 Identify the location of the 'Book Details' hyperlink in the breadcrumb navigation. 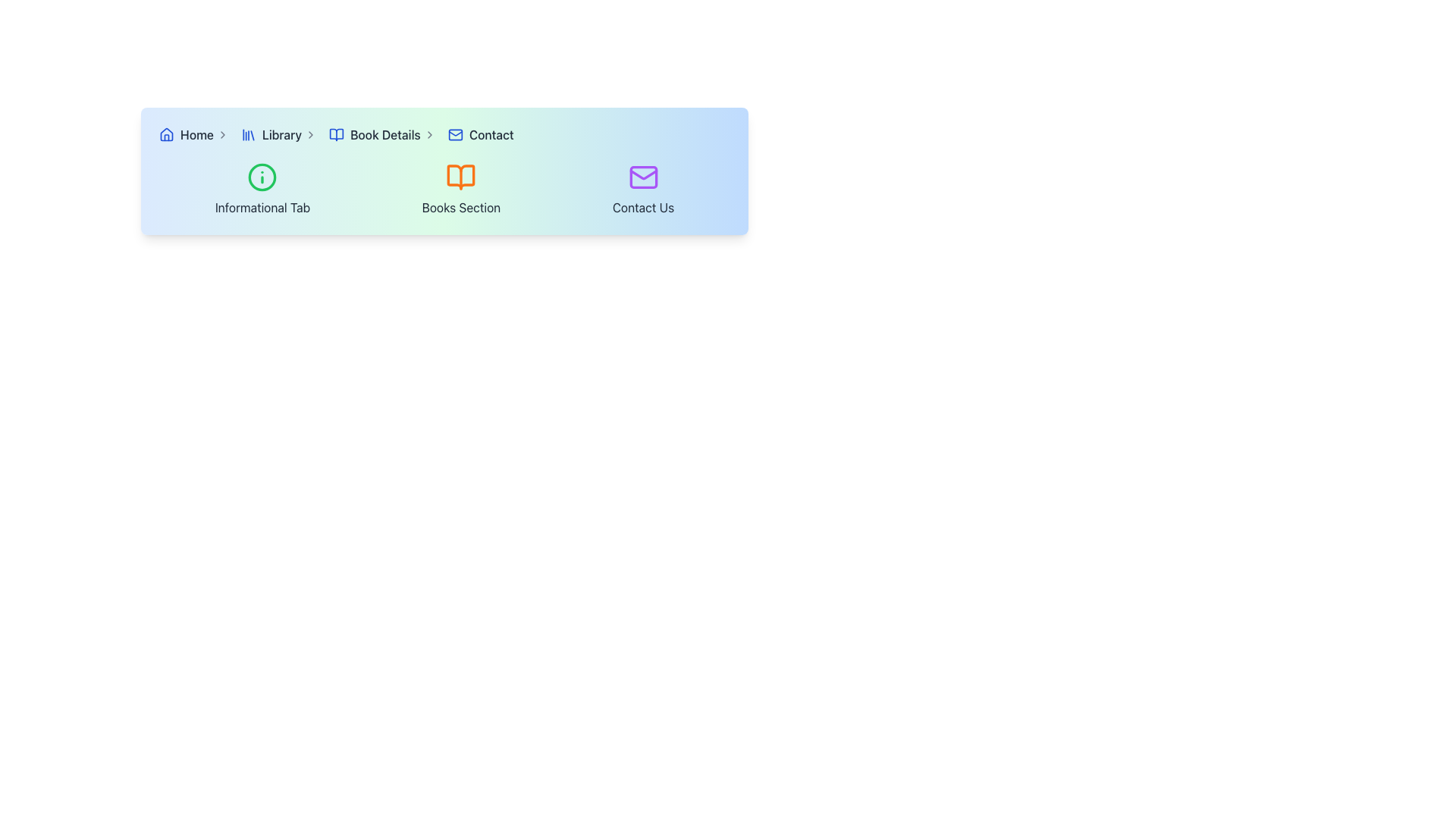
(385, 133).